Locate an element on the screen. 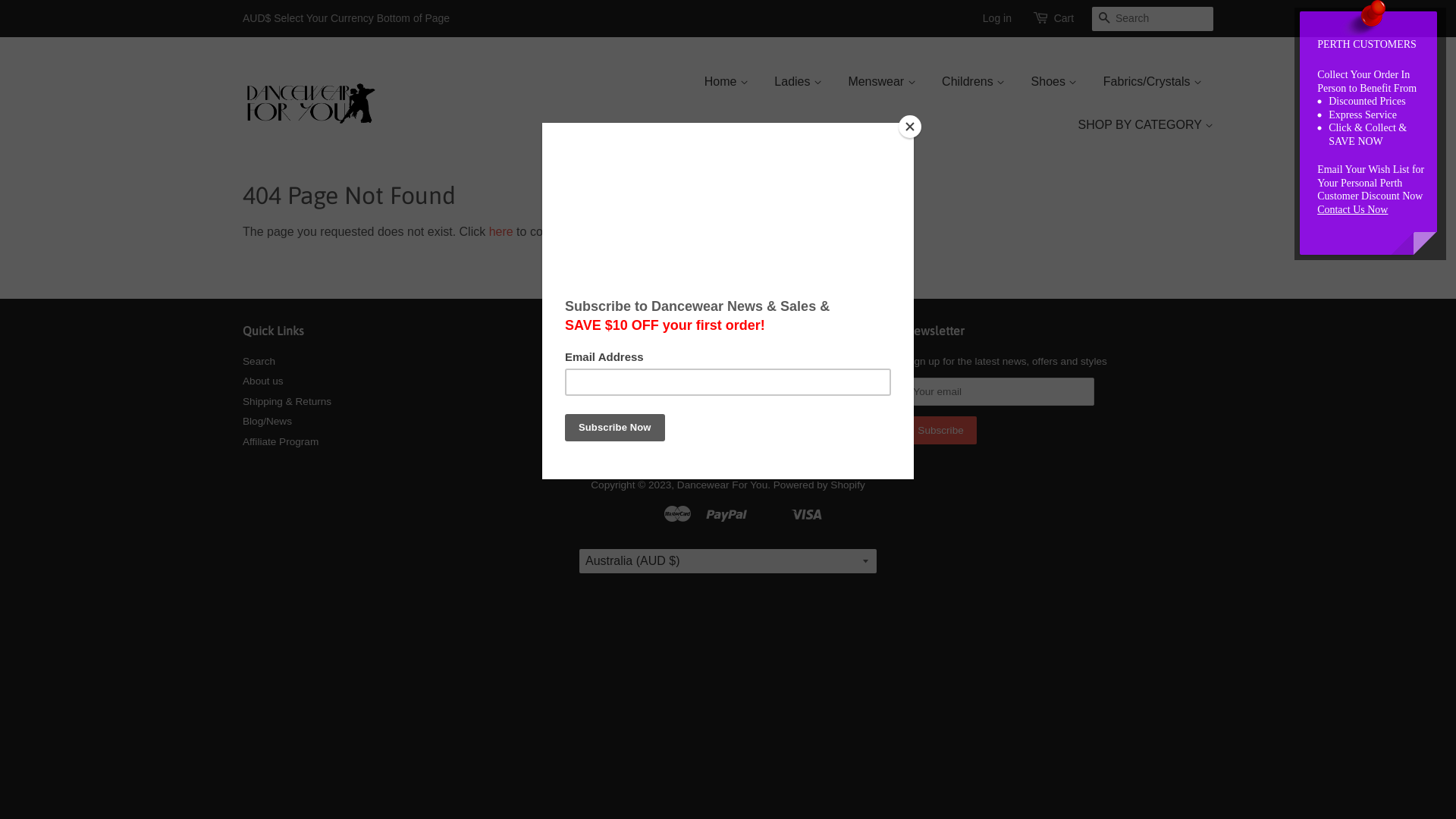  'Blog/News' is located at coordinates (267, 421).